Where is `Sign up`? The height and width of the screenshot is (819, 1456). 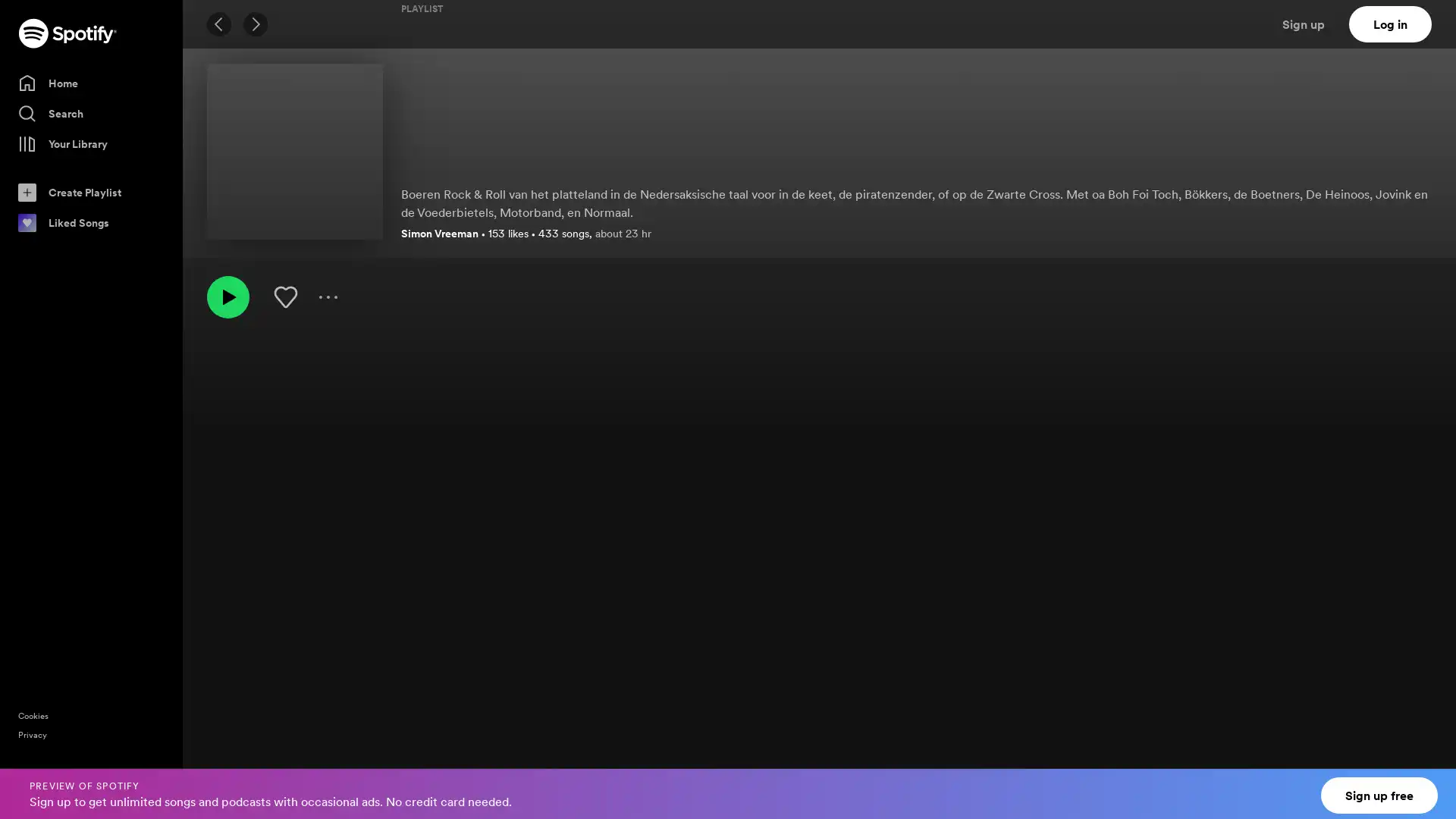
Sign up is located at coordinates (1312, 24).